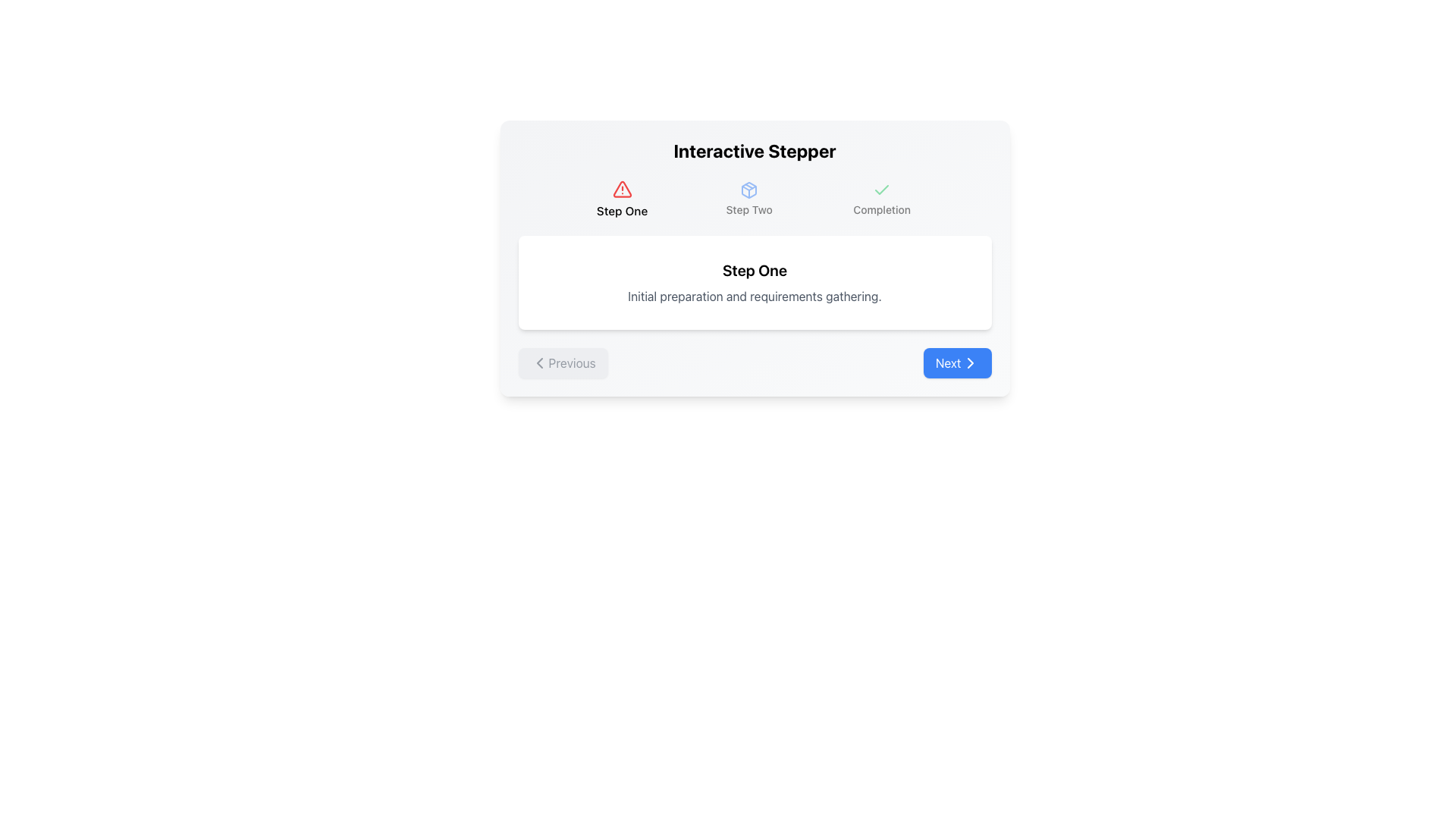 This screenshot has width=1456, height=819. Describe the element at coordinates (882, 198) in the screenshot. I see `text 'Completion' from the third step indicator element in the stepper component, which is located at the top-right section of the interface and features a green checkmark icon above it` at that location.